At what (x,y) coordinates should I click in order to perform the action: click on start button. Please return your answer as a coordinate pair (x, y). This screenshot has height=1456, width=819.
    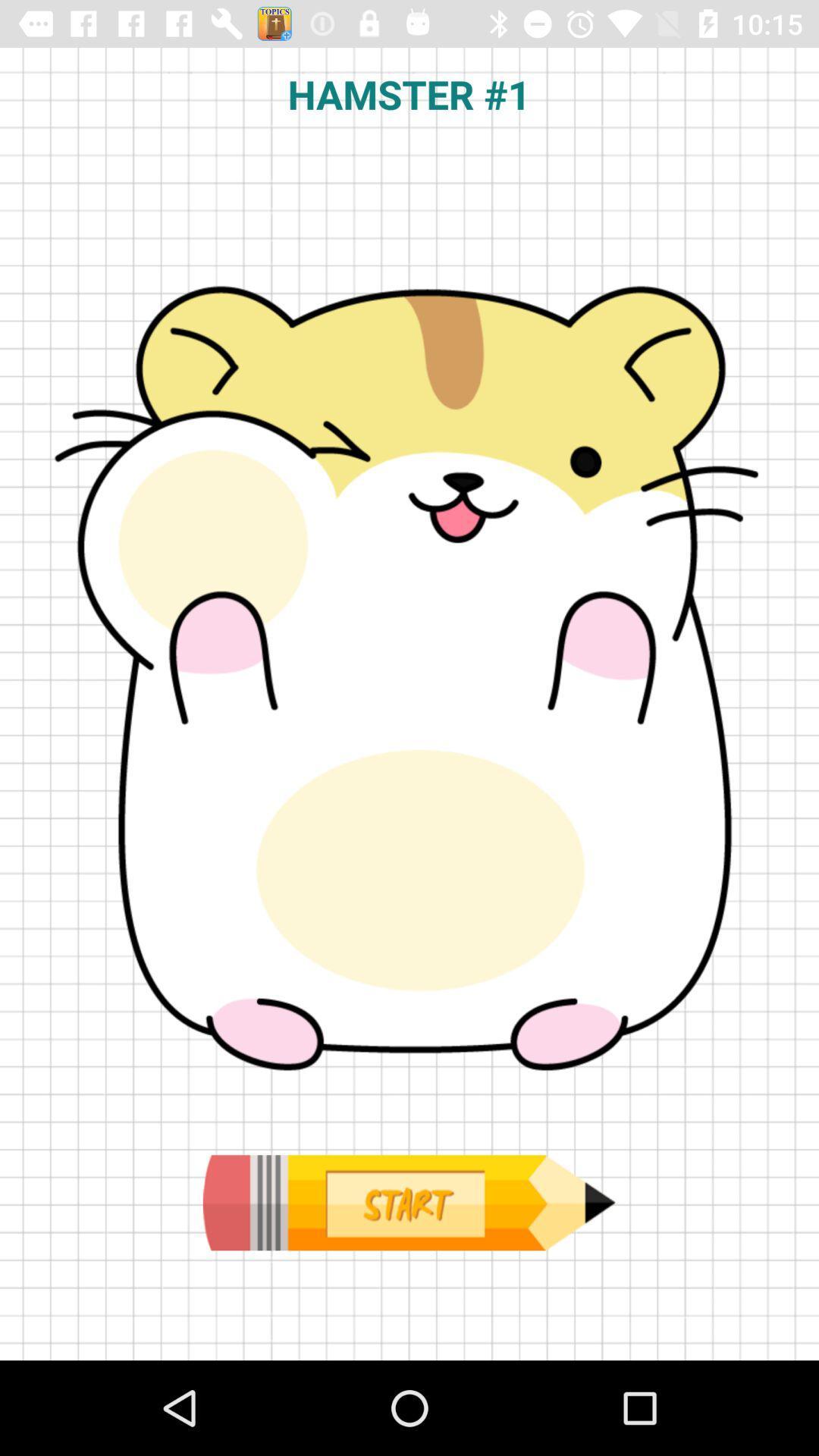
    Looking at the image, I should click on (408, 1202).